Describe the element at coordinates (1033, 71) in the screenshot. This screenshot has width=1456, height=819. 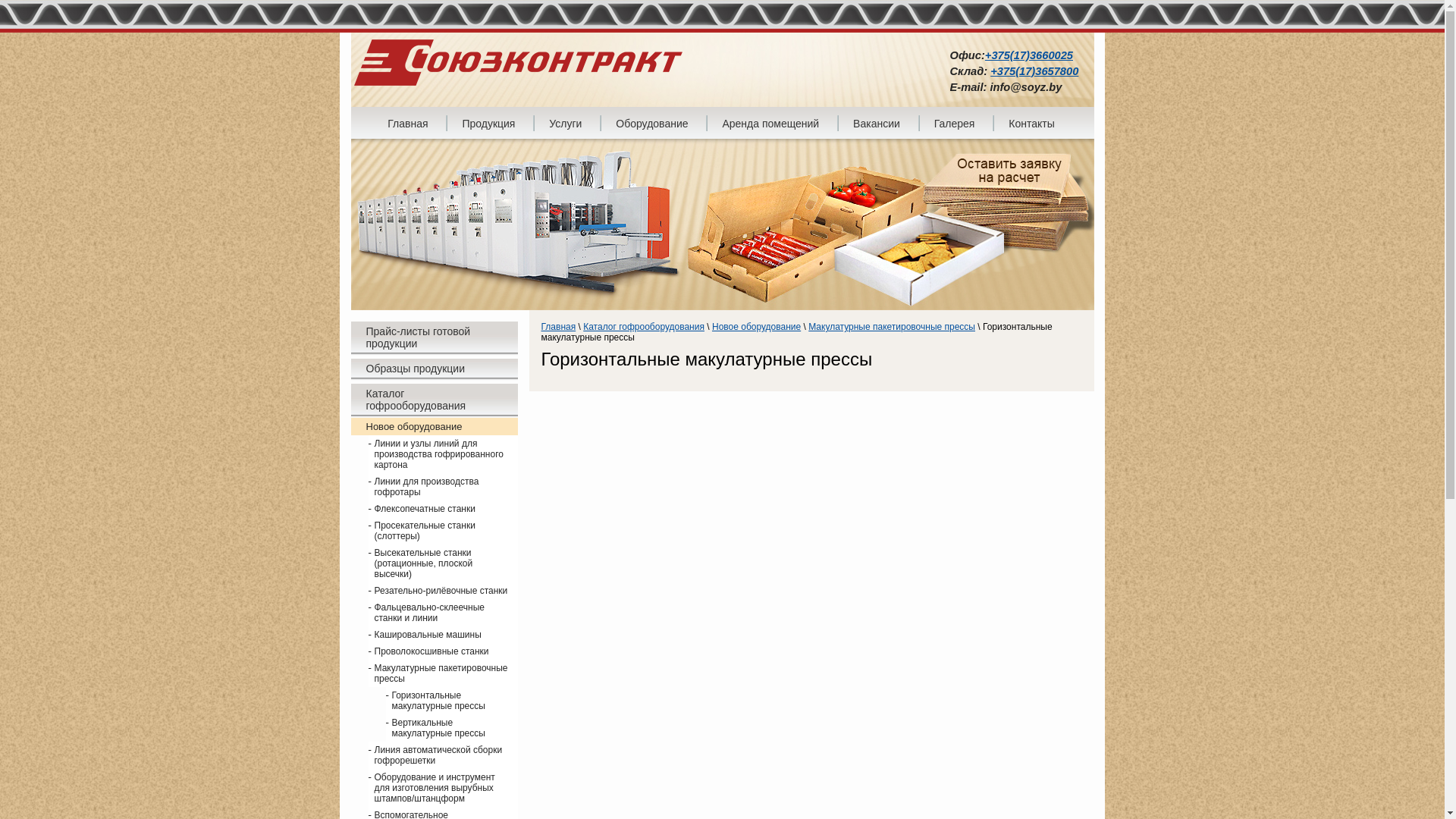
I see `'+375(17)3657800'` at that location.